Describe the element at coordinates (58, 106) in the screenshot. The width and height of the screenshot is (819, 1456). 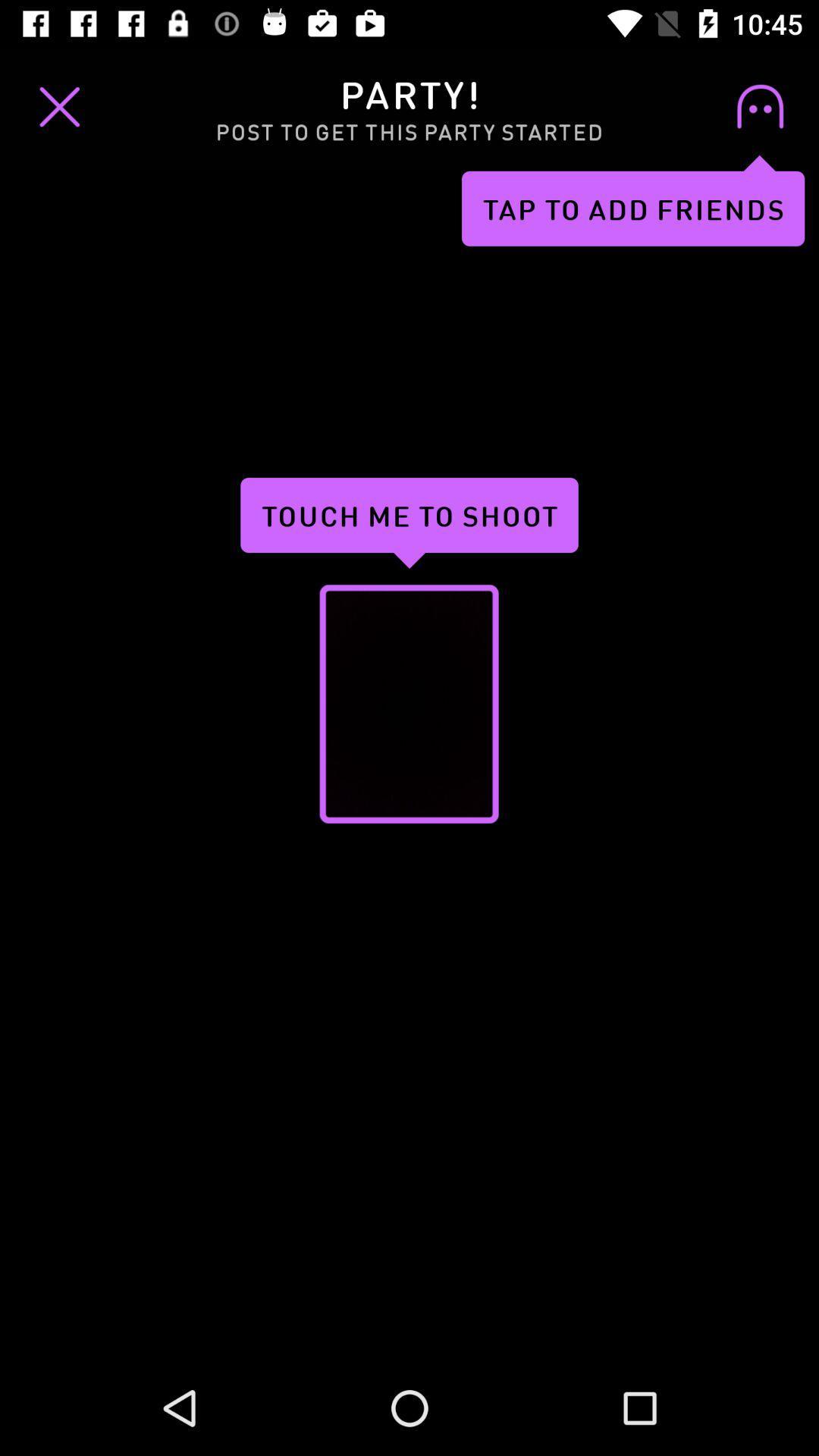
I see `the close icon` at that location.